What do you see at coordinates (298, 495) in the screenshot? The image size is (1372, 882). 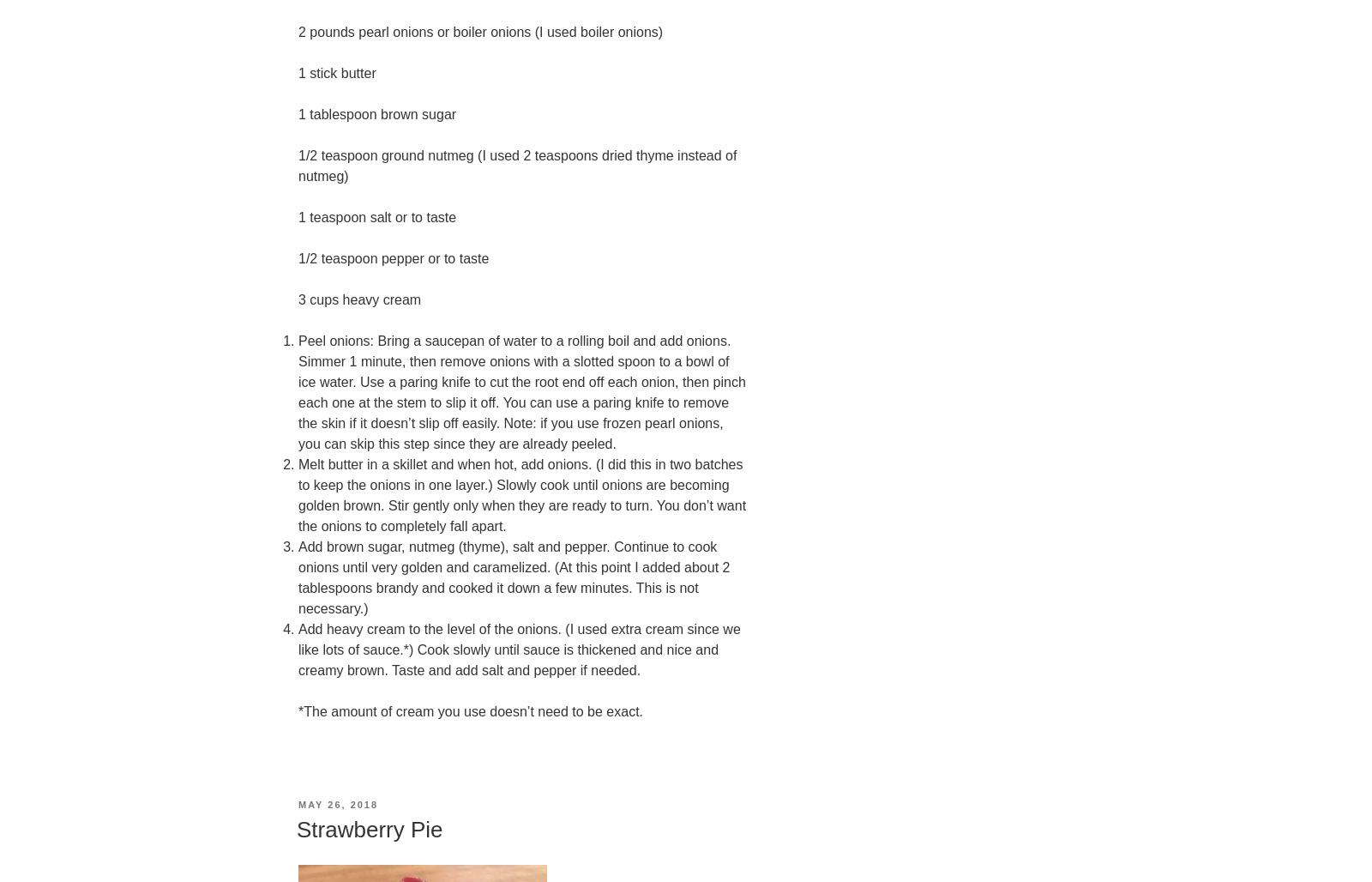 I see `'Melt butter in a skillet and when hot, add onions. (I did this in two batches to keep the onions in one layer.) Slowly cook until onions are becoming golden brown. Stir gently only when they are ready to turn. You don’t want the onions to completely fall apart.'` at bounding box center [298, 495].